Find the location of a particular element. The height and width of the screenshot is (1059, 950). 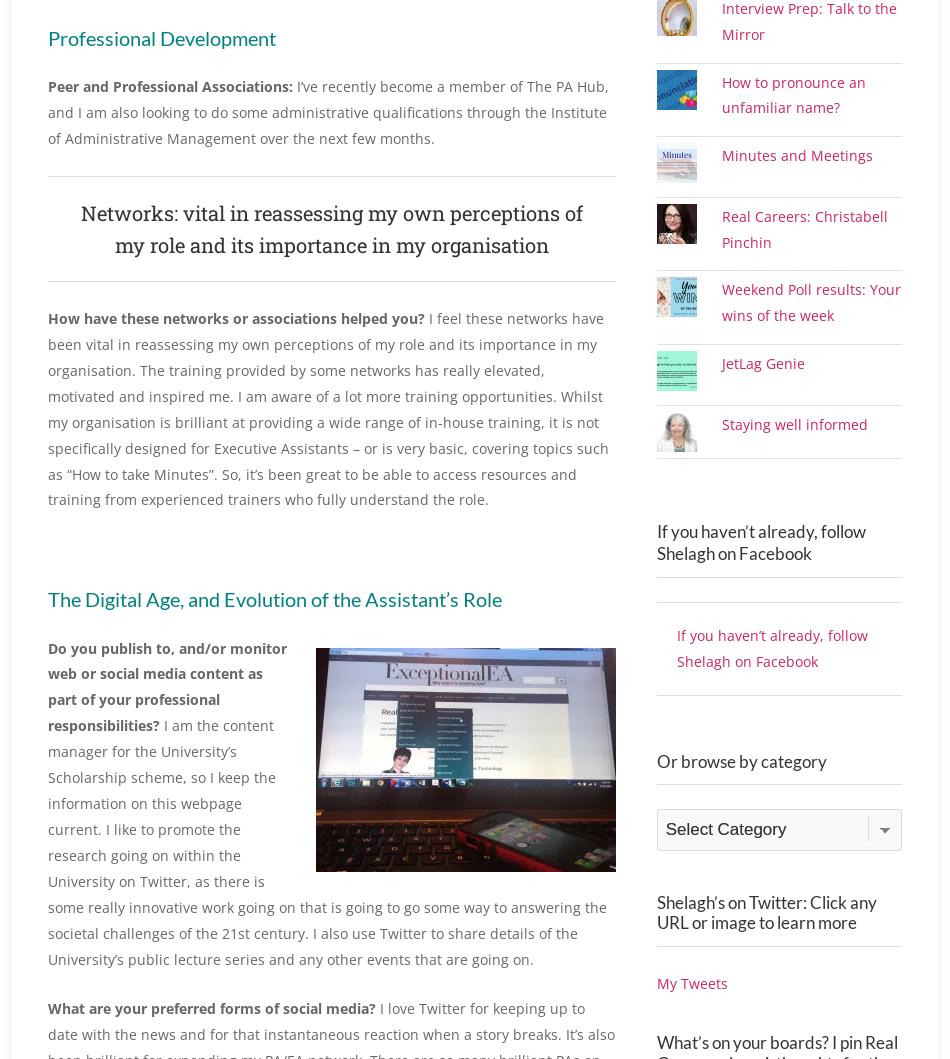

'I feel these networks have been vital in reassessing my own perceptions of my role and its importance in my organisation. The training provided by some networks has really elevated, motivated and inspired me. I am aware of a lot more training opportunities. Whilst my organisation is brilliant at providing a wide range of in-house training, it is not specifically designed for Executive Assistants – or is very basic, covering topics such as “How to take Minutes”. So, it’s been great to be able to access resources and training from experienced trainers who fully understand the role.' is located at coordinates (327, 407).